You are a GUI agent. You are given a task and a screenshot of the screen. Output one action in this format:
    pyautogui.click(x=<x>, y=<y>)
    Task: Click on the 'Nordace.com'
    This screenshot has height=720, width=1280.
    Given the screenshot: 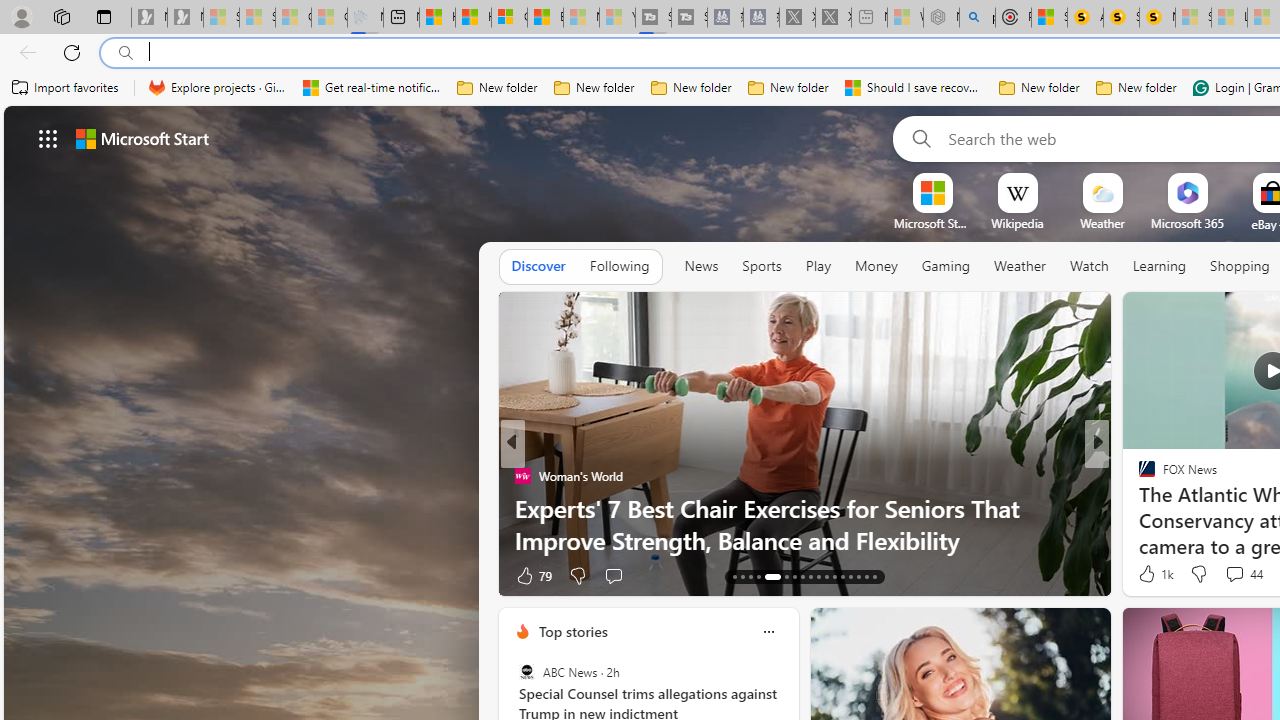 What is the action you would take?
    pyautogui.click(x=1166, y=506)
    